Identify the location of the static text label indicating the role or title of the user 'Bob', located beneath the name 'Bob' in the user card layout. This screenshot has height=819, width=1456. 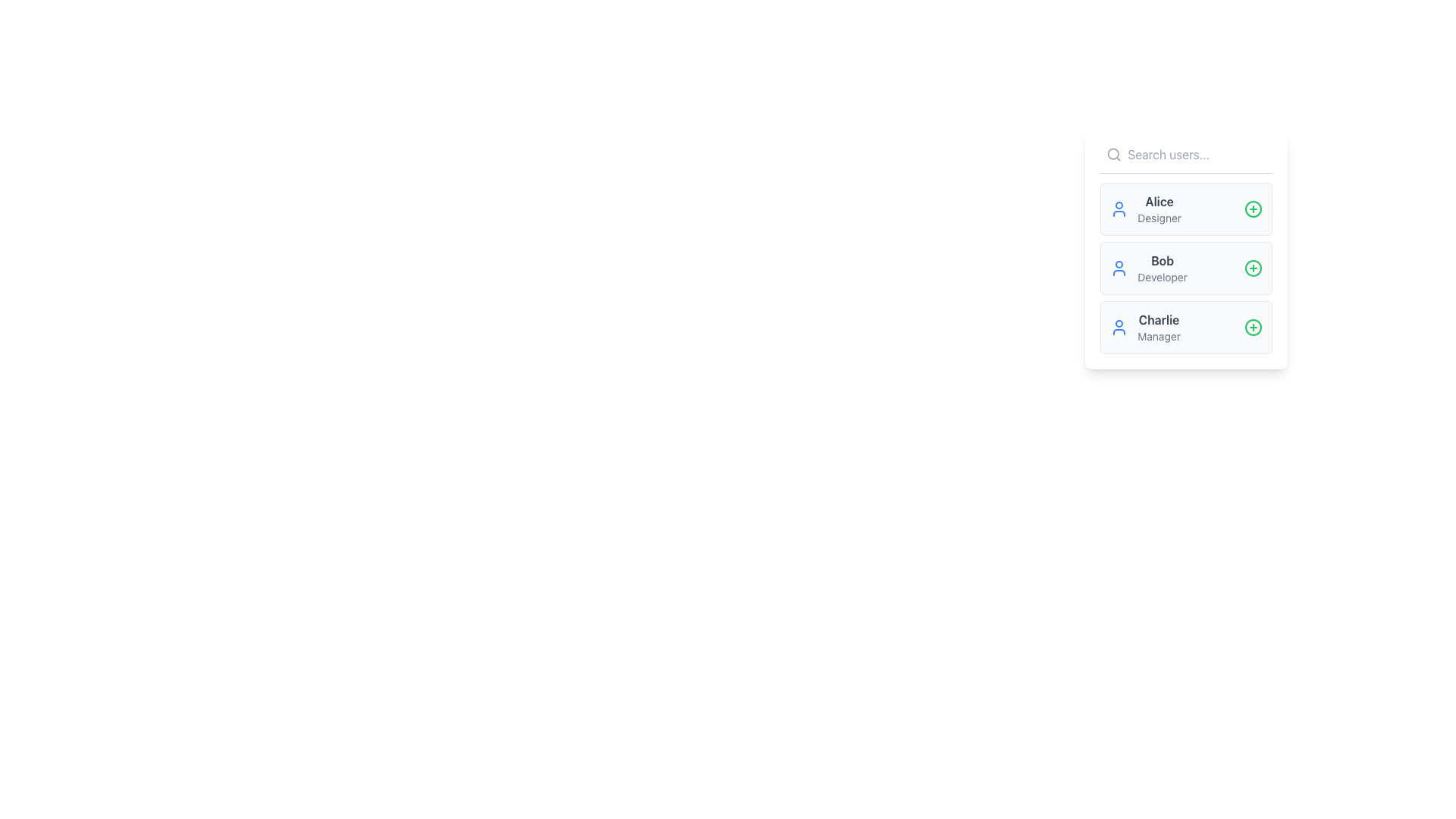
(1162, 278).